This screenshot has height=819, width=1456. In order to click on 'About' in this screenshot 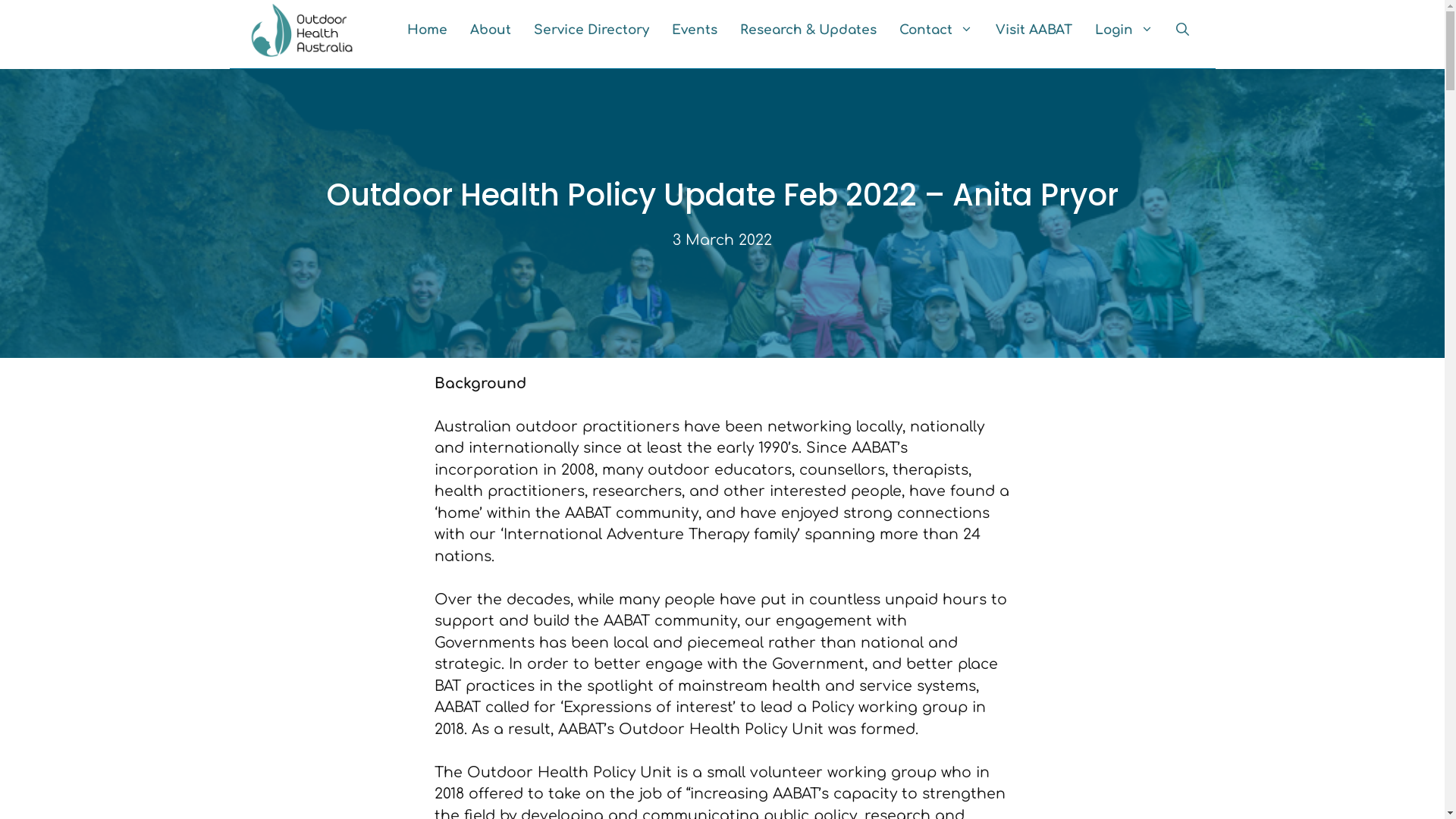, I will do `click(457, 30)`.